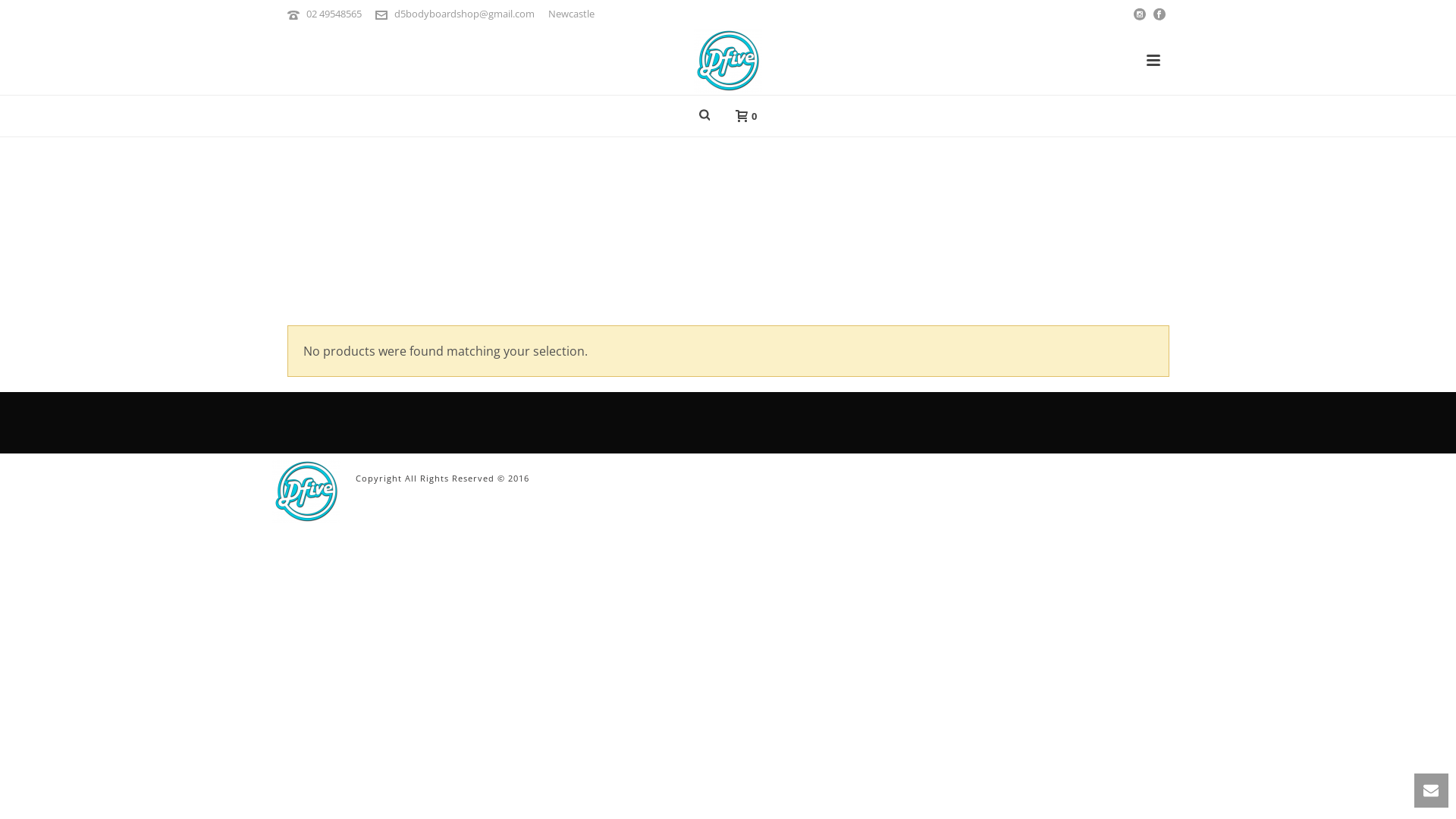 The height and width of the screenshot is (819, 1456). Describe the element at coordinates (333, 14) in the screenshot. I see `'02 49548565'` at that location.